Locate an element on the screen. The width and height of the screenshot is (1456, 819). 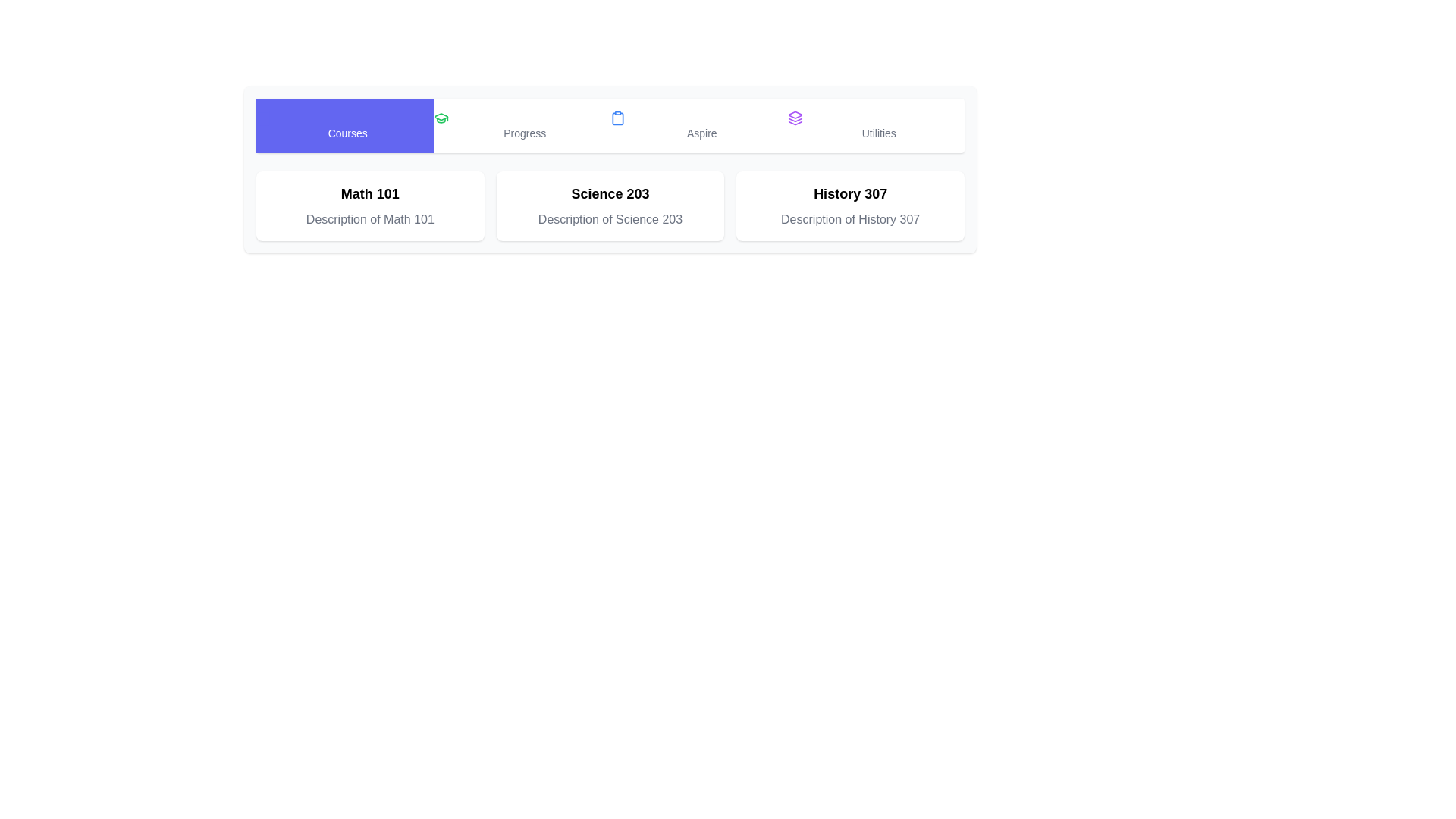
the 'Progress' text label in the navigation bar, which is located after the graduation cap icon and before another navigation icon is located at coordinates (525, 133).